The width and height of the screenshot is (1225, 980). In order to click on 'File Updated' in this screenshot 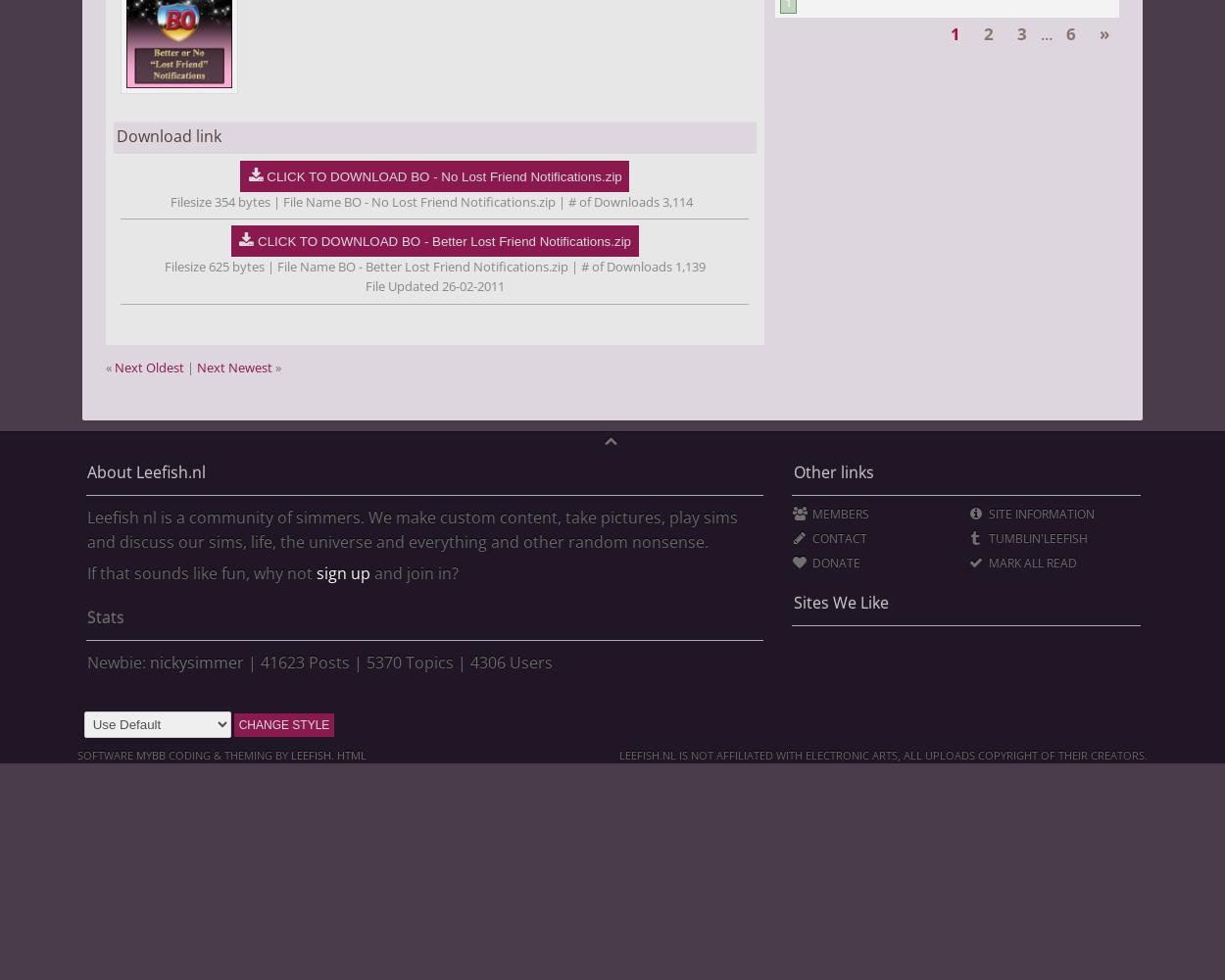, I will do `click(403, 286)`.